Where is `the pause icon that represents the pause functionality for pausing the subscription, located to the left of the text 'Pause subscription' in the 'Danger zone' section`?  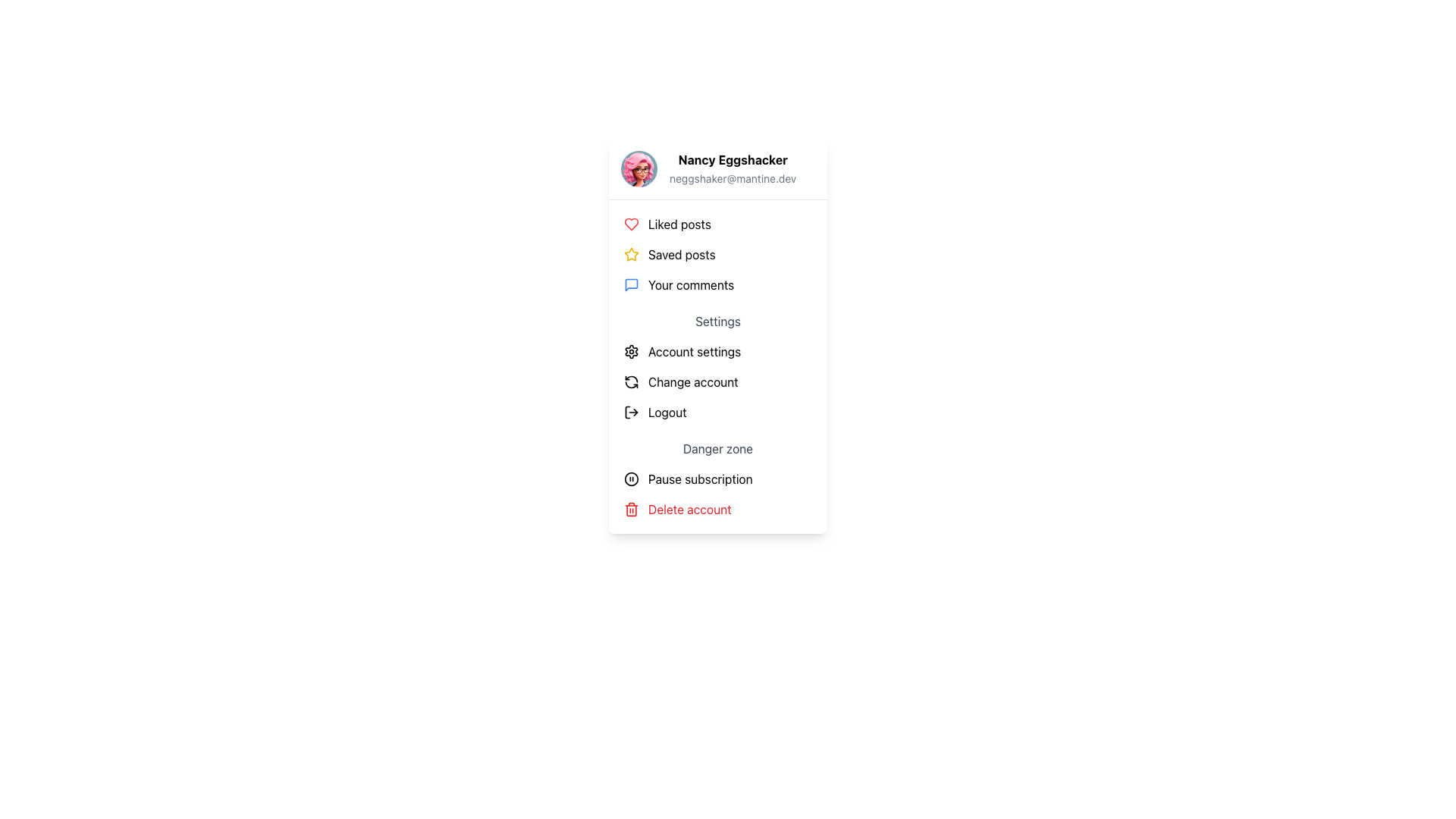
the pause icon that represents the pause functionality for pausing the subscription, located to the left of the text 'Pause subscription' in the 'Danger zone' section is located at coordinates (632, 479).